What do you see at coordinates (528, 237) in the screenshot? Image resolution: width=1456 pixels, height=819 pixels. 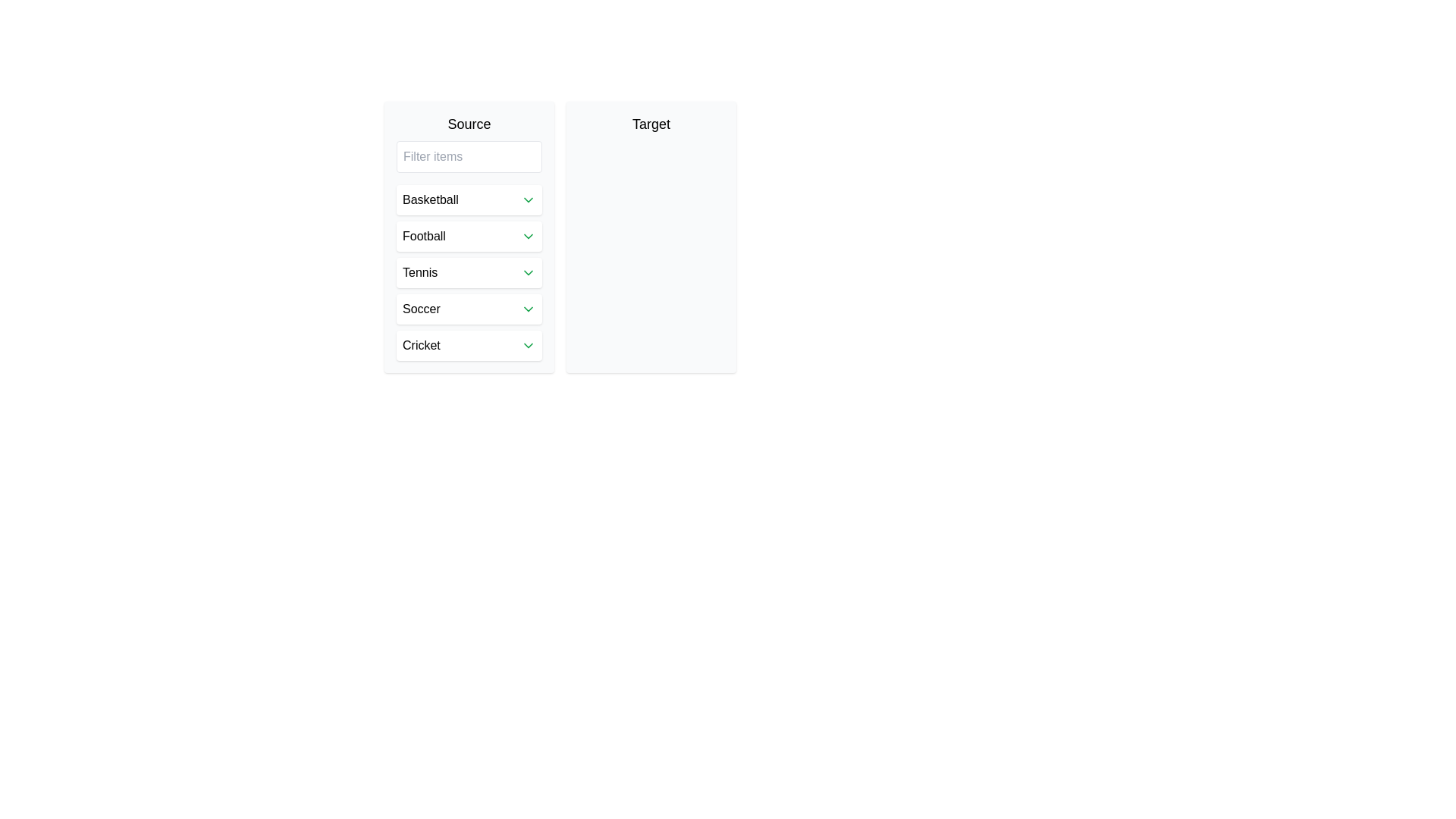 I see `the green downward-facing chevron arrow icon located to the right of the 'Football' text` at bounding box center [528, 237].